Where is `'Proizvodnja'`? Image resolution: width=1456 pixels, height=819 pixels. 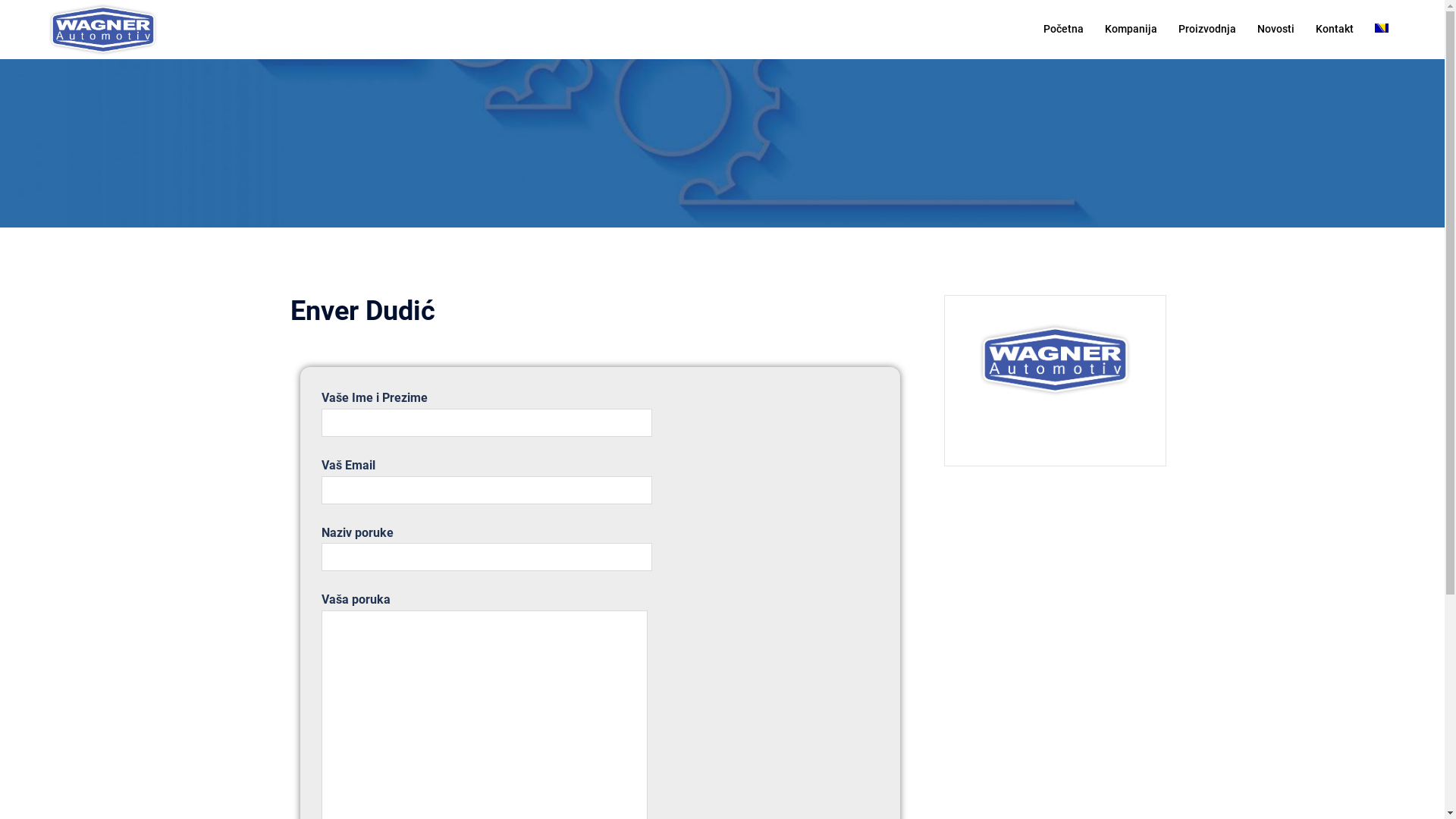
'Proizvodnja' is located at coordinates (1178, 29).